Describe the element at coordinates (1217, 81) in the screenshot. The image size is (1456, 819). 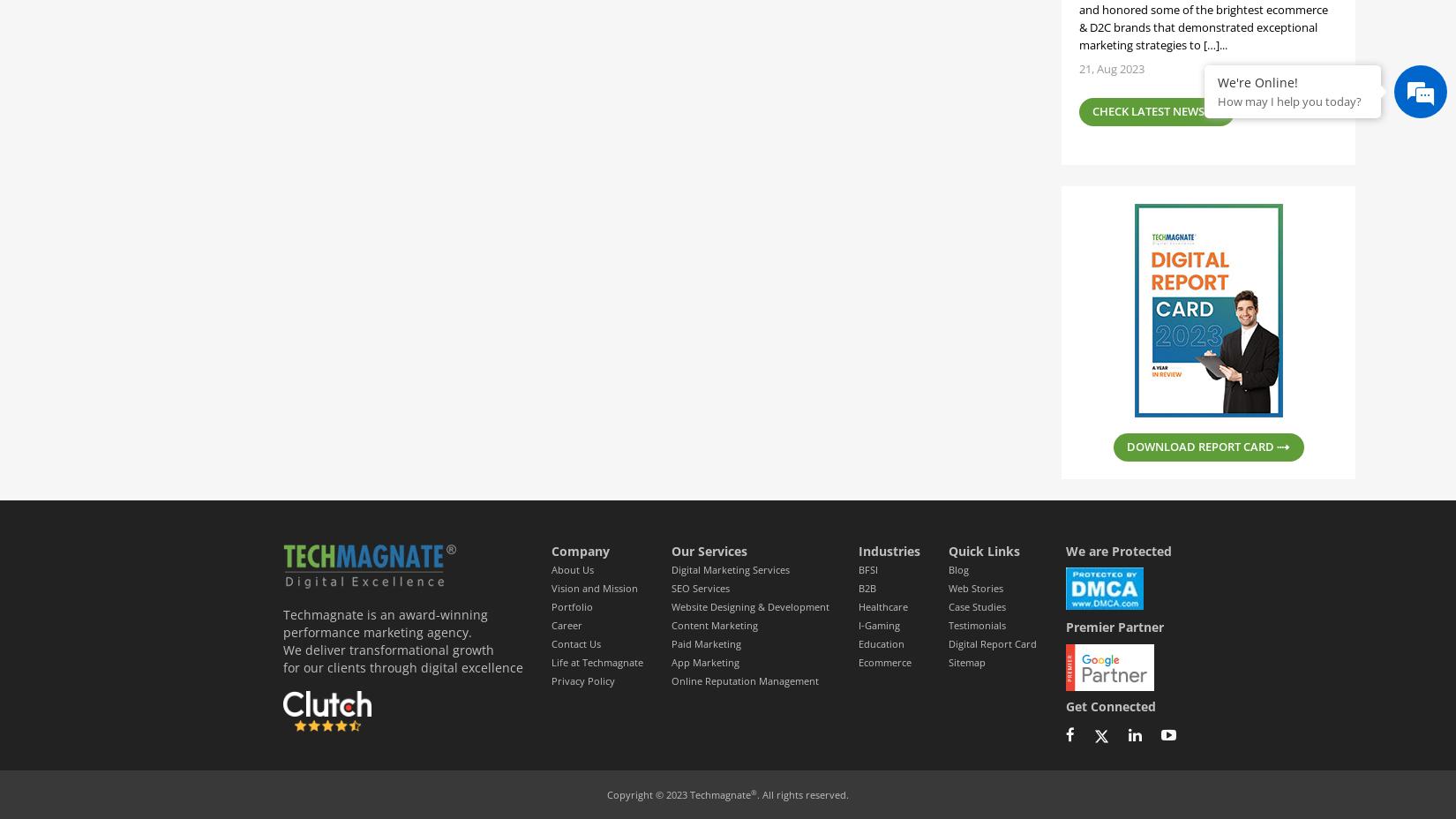
I see `'We're Online!'` at that location.